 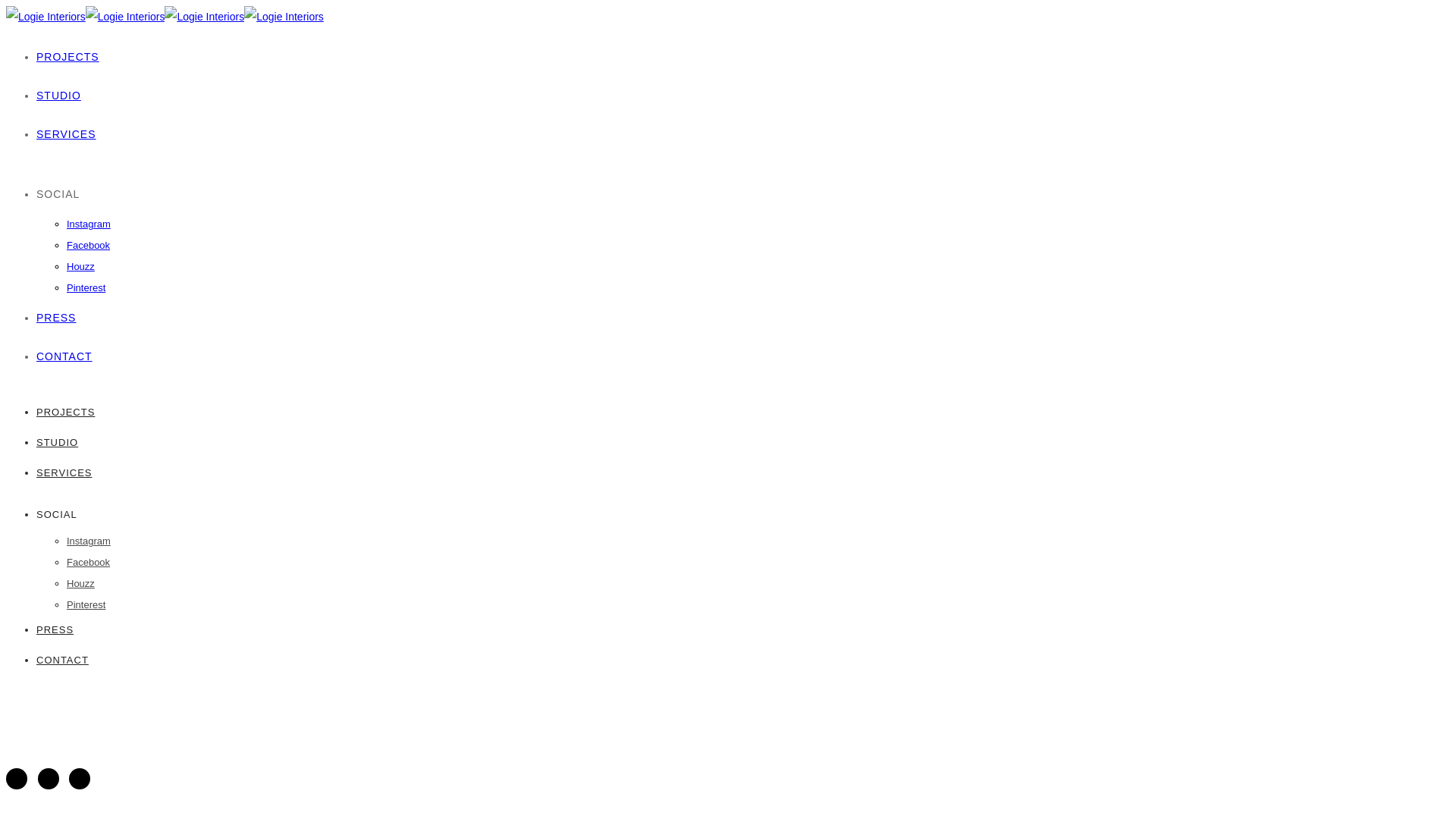 I want to click on 'Instagram', so click(x=87, y=224).